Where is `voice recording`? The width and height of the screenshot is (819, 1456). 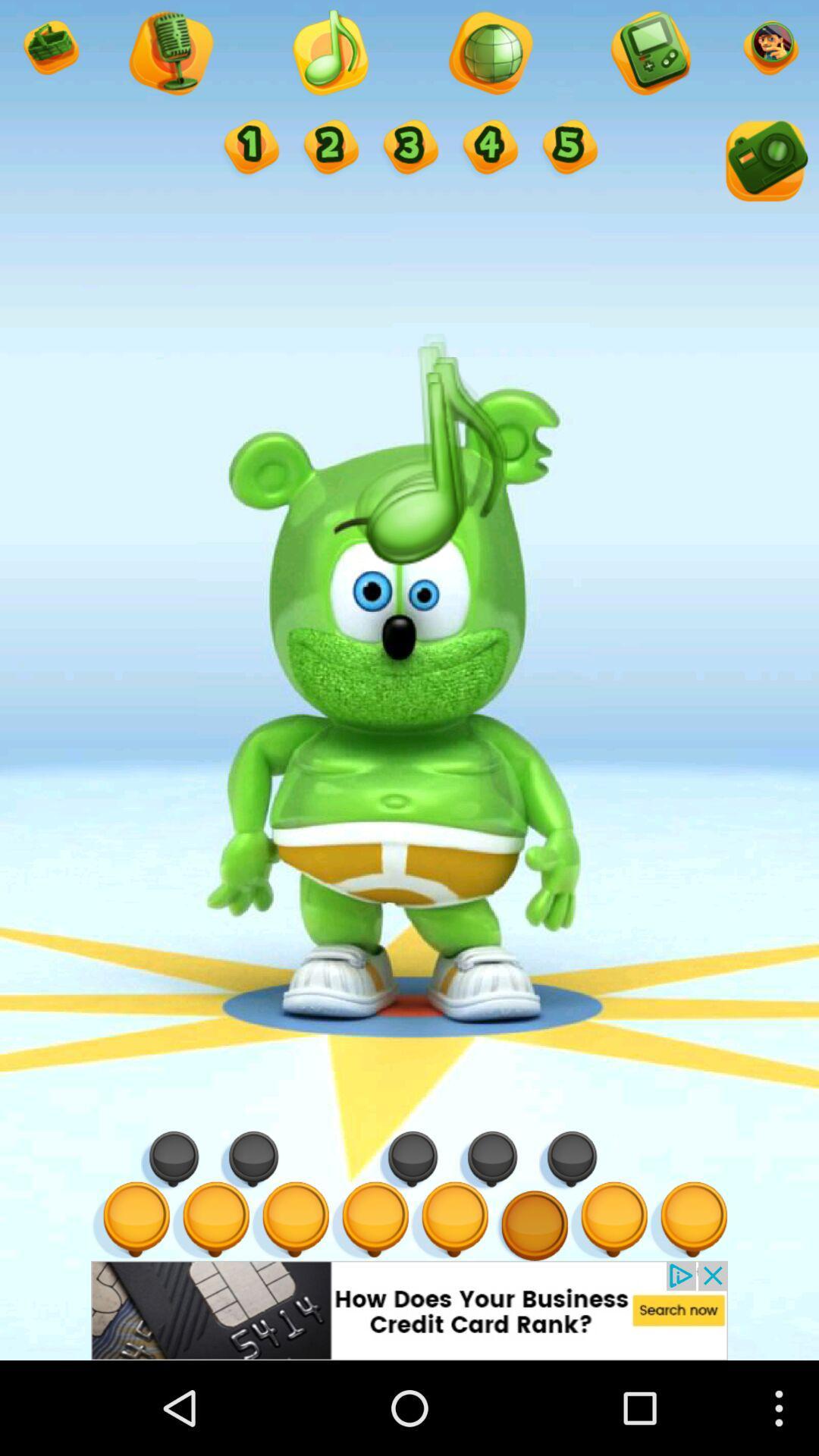
voice recording is located at coordinates (169, 55).